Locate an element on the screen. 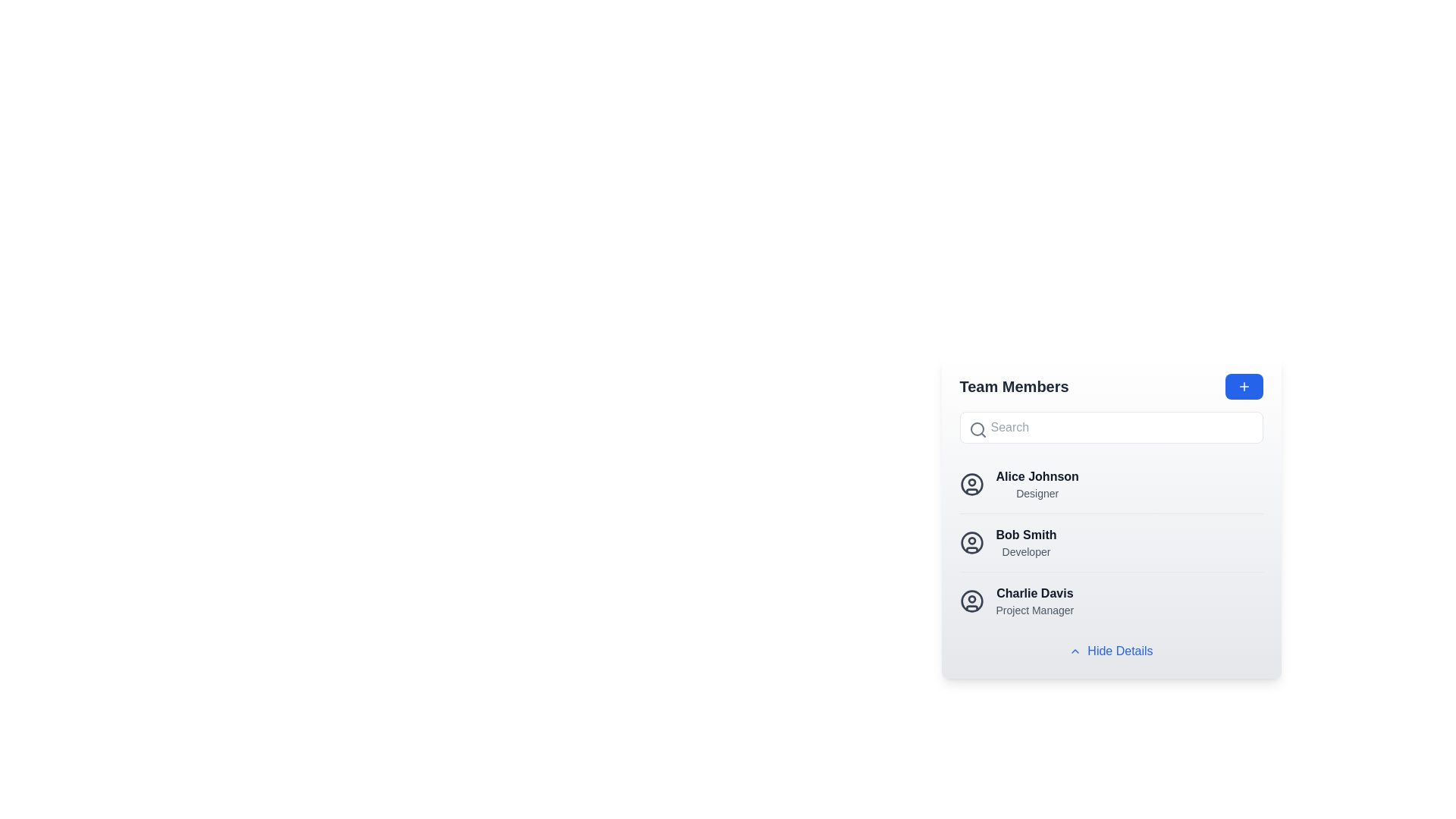 The width and height of the screenshot is (1456, 819). the circular user icon representing a team member, located to the left of the 'Charlie Davis' text and 'Project Manager' subtitle in the third row of the 'Team Members' list is located at coordinates (971, 601).